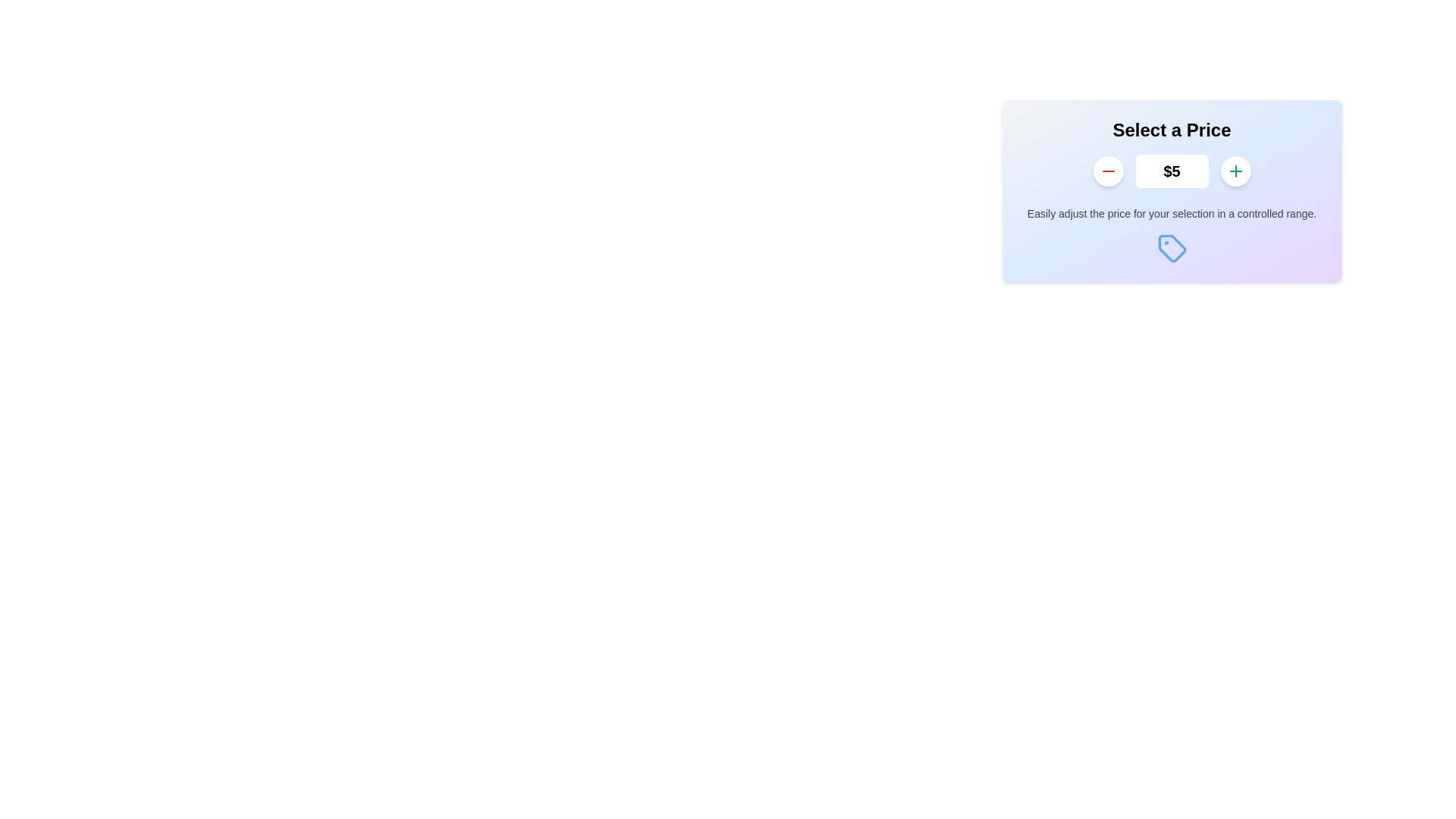 The image size is (1456, 819). Describe the element at coordinates (1235, 171) in the screenshot. I see `the circular button with a green '+' icon, located on the right side of a group of items, for accessibility interaction` at that location.